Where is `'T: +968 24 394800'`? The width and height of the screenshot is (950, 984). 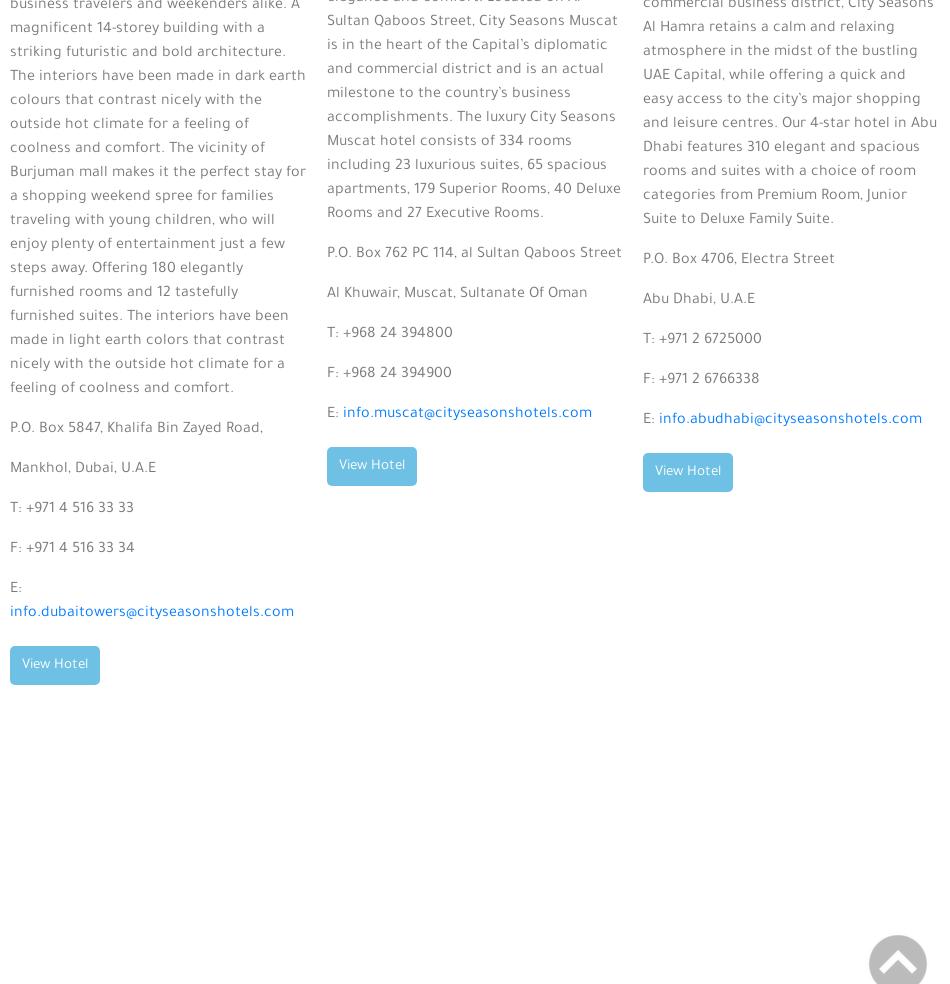 'T: +968 24 394800' is located at coordinates (388, 333).